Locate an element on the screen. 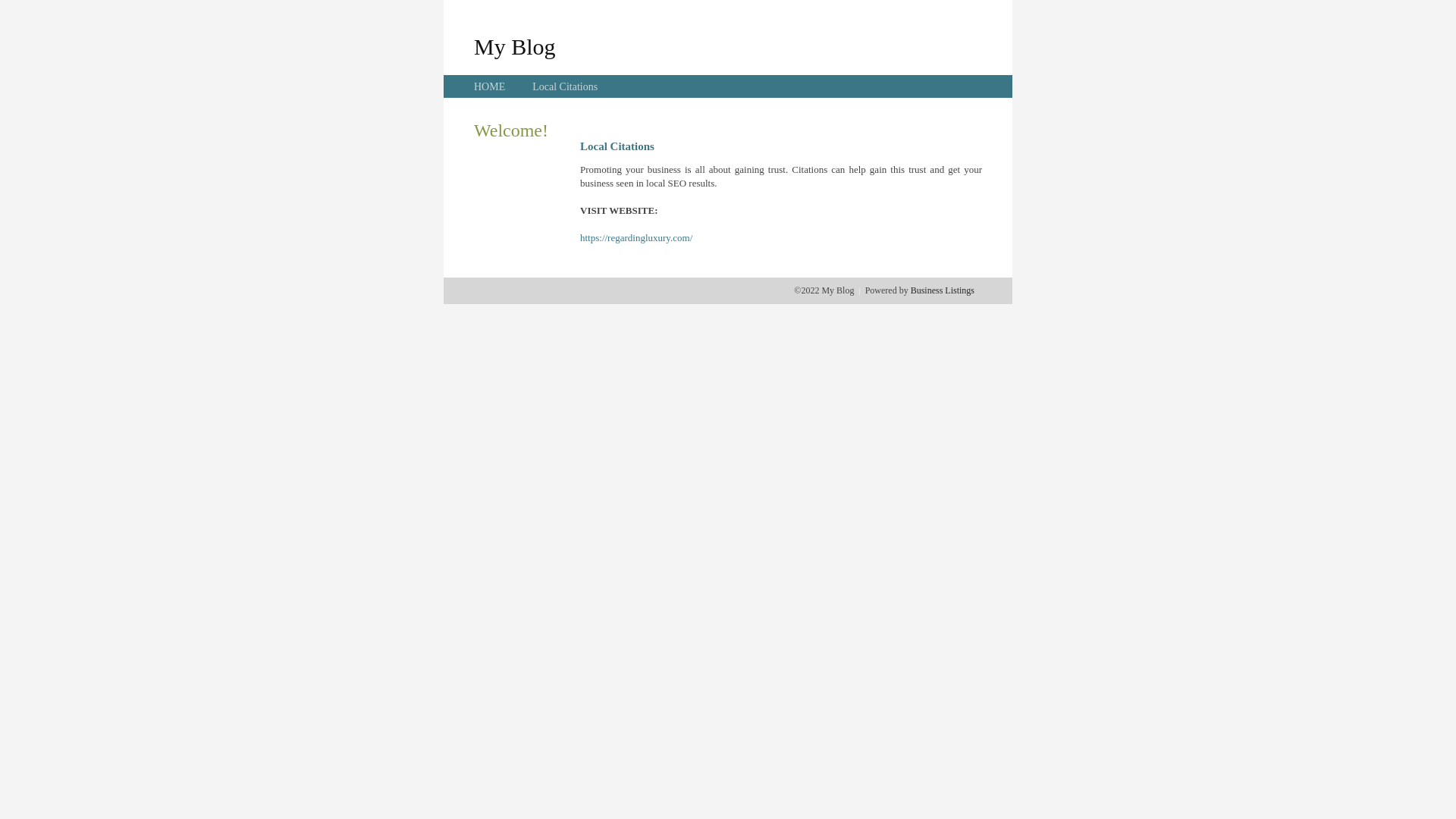  'Business Listings' is located at coordinates (942, 290).